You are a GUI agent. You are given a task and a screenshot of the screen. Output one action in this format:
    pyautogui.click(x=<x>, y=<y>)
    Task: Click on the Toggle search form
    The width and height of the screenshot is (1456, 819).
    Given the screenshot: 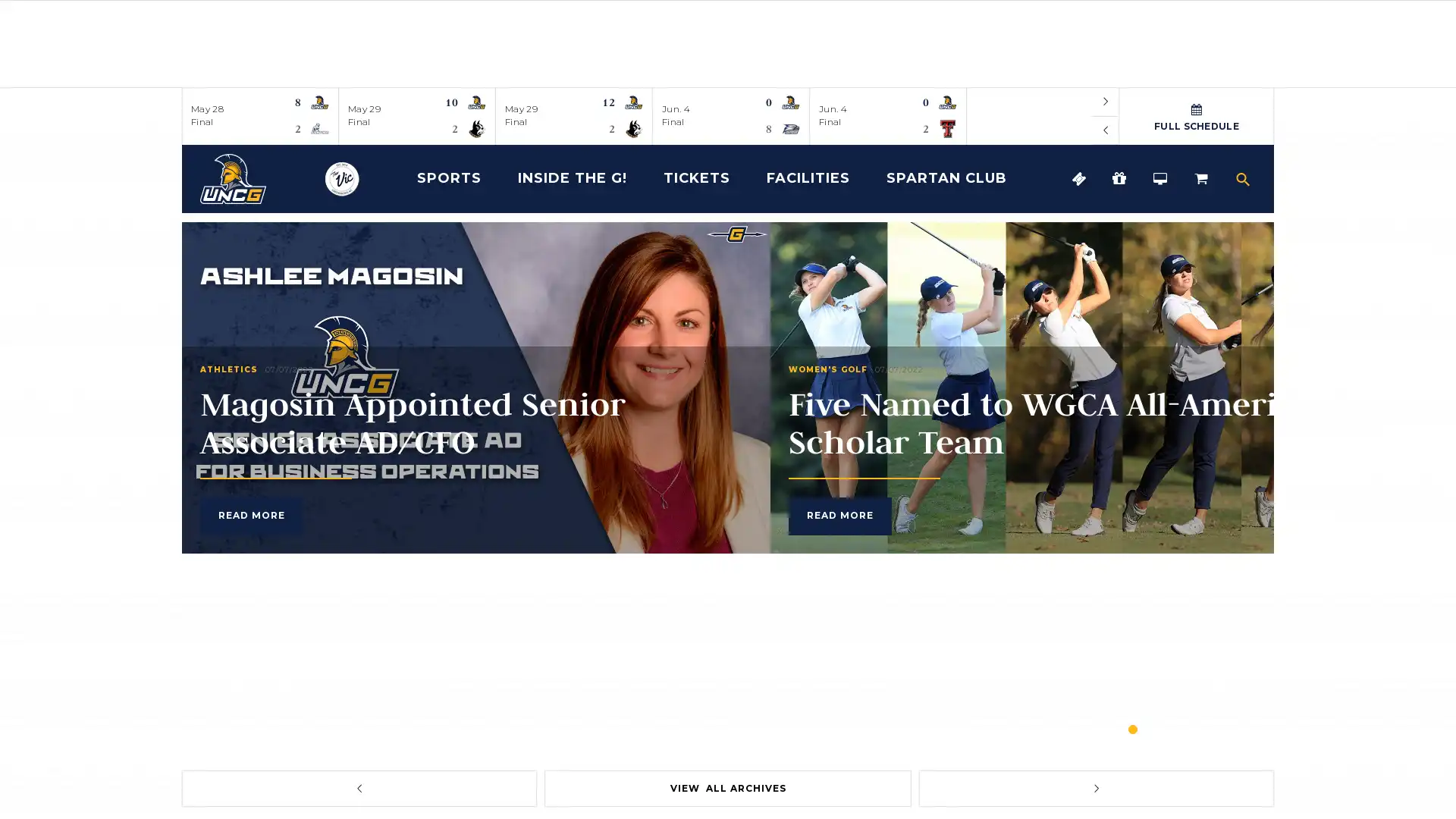 What is the action you would take?
    pyautogui.click(x=1242, y=177)
    